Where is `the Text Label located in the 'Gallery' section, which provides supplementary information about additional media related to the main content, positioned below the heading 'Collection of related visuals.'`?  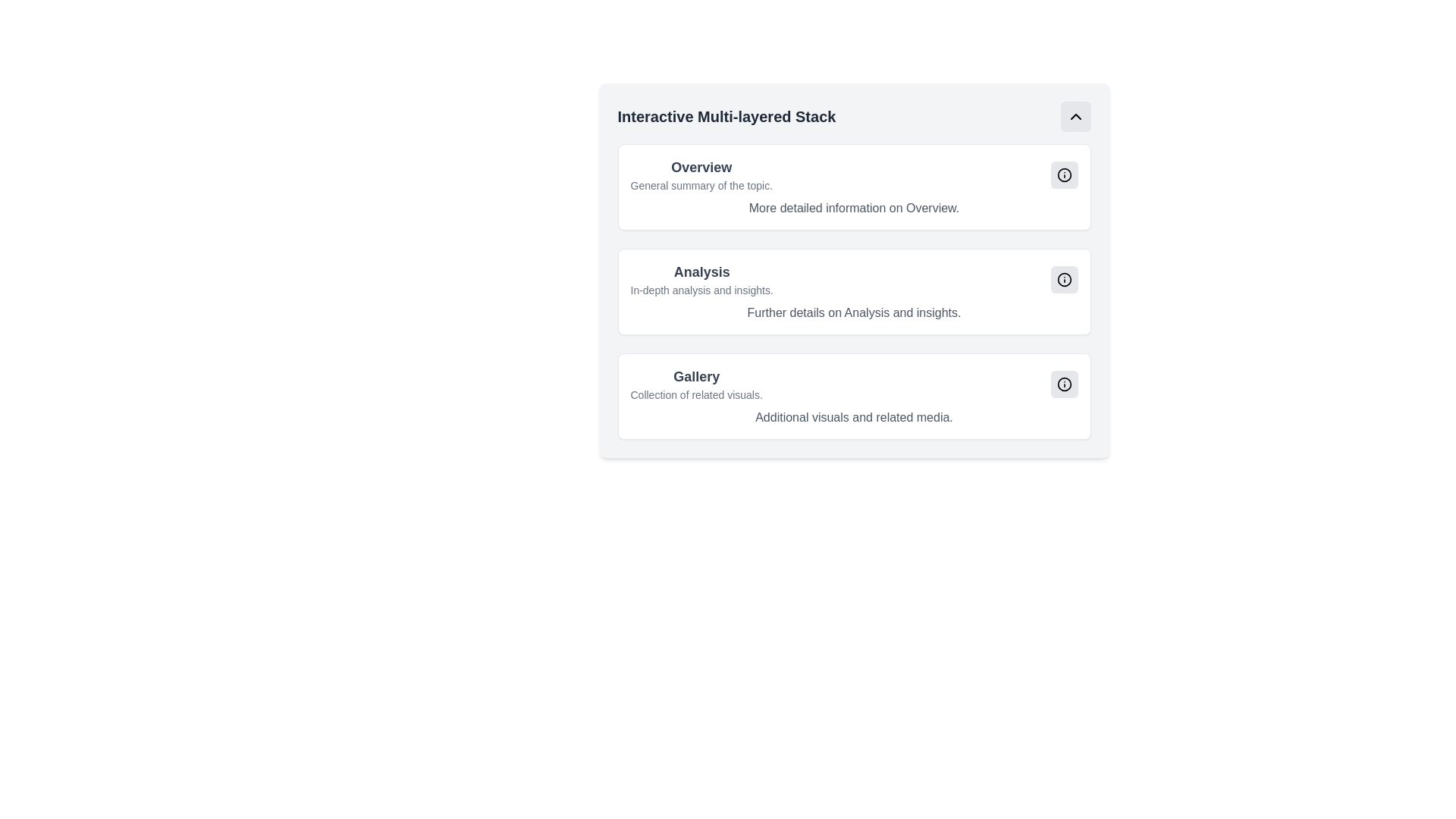 the Text Label located in the 'Gallery' section, which provides supplementary information about additional media related to the main content, positioned below the heading 'Collection of related visuals.' is located at coordinates (854, 418).